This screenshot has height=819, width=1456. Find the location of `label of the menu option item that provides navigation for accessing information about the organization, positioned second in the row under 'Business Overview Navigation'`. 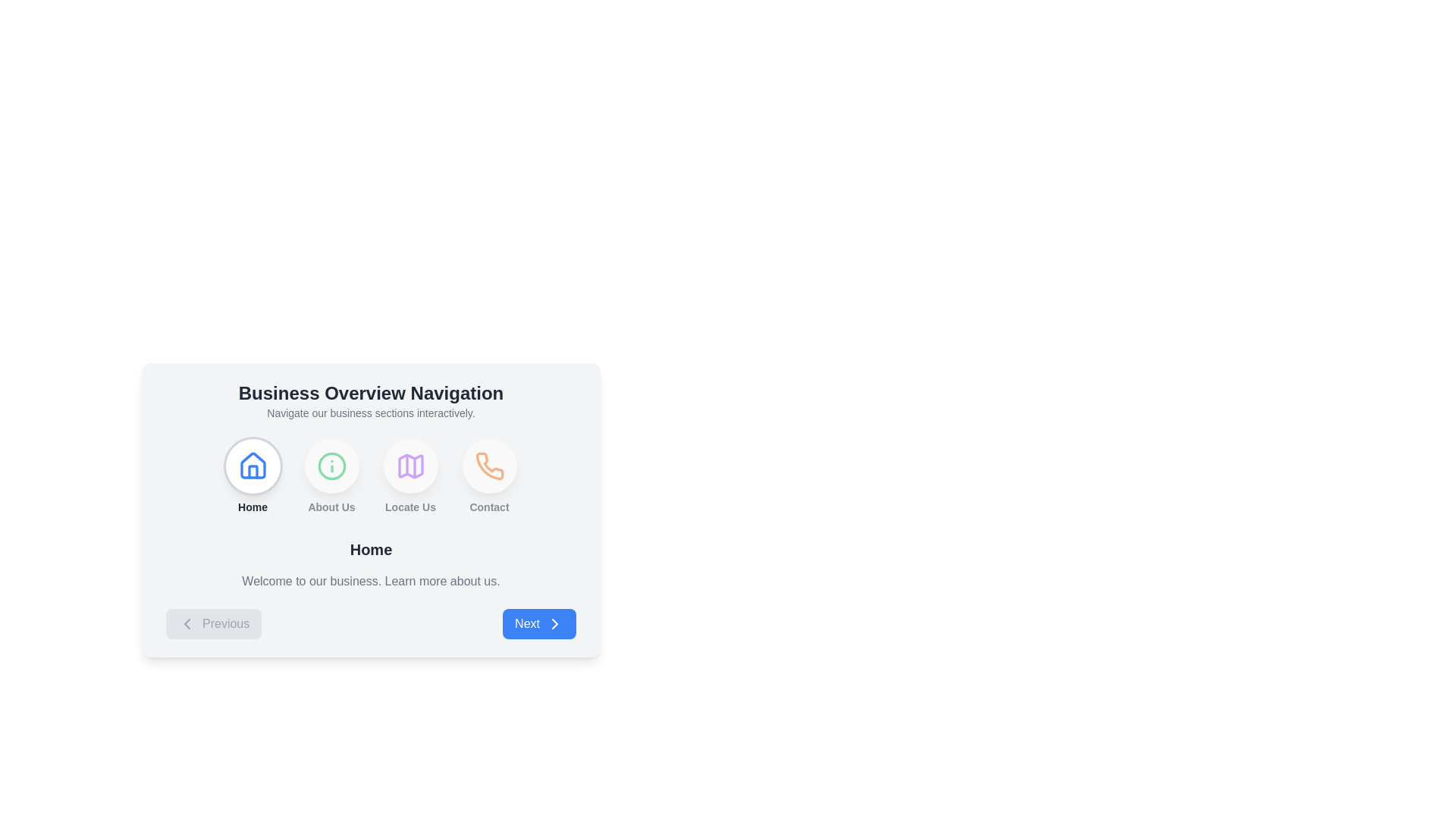

label of the menu option item that provides navigation for accessing information about the organization, positioned second in the row under 'Business Overview Navigation' is located at coordinates (331, 475).